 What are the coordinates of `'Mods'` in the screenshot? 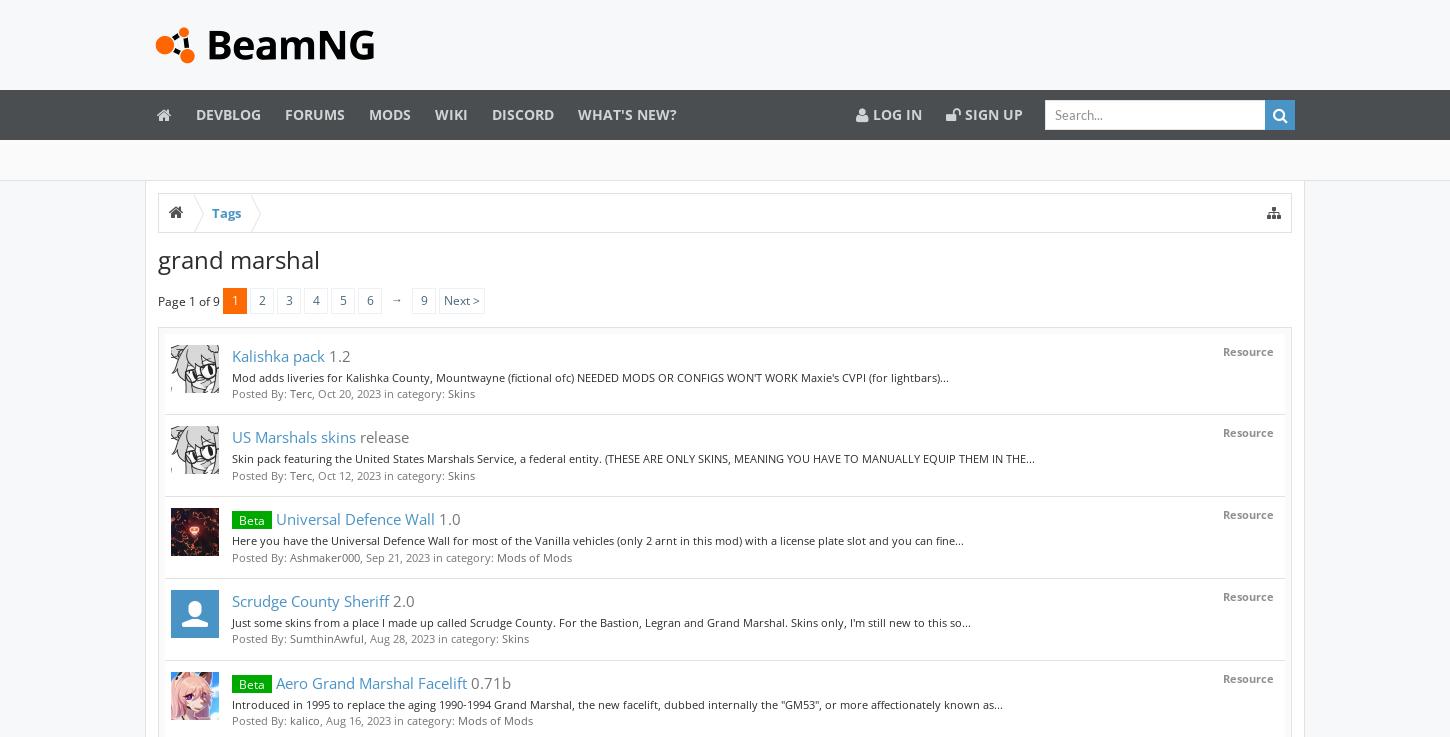 It's located at (389, 113).